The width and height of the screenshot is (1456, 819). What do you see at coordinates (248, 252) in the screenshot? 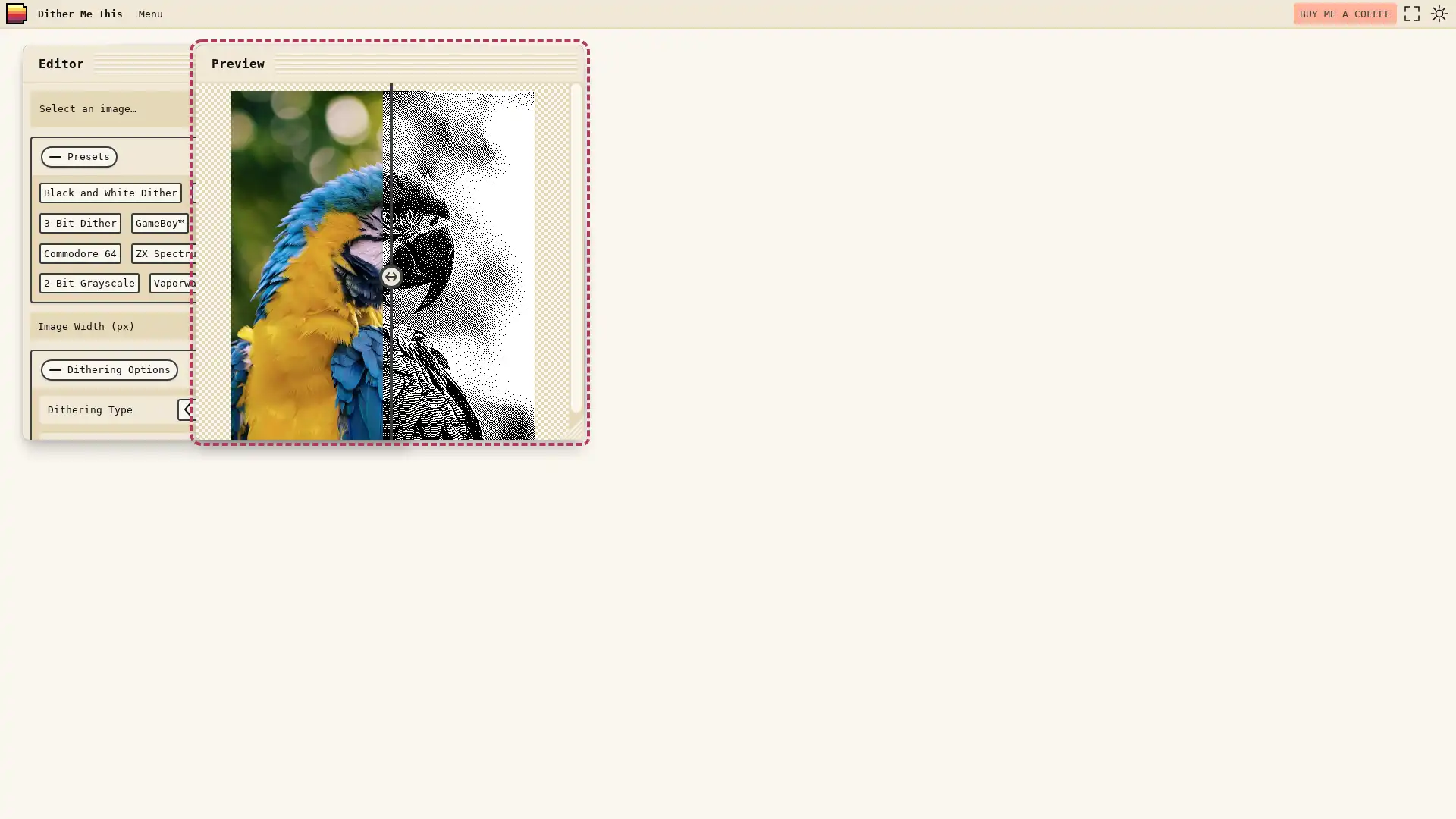
I see `6 Bit RGB` at bounding box center [248, 252].